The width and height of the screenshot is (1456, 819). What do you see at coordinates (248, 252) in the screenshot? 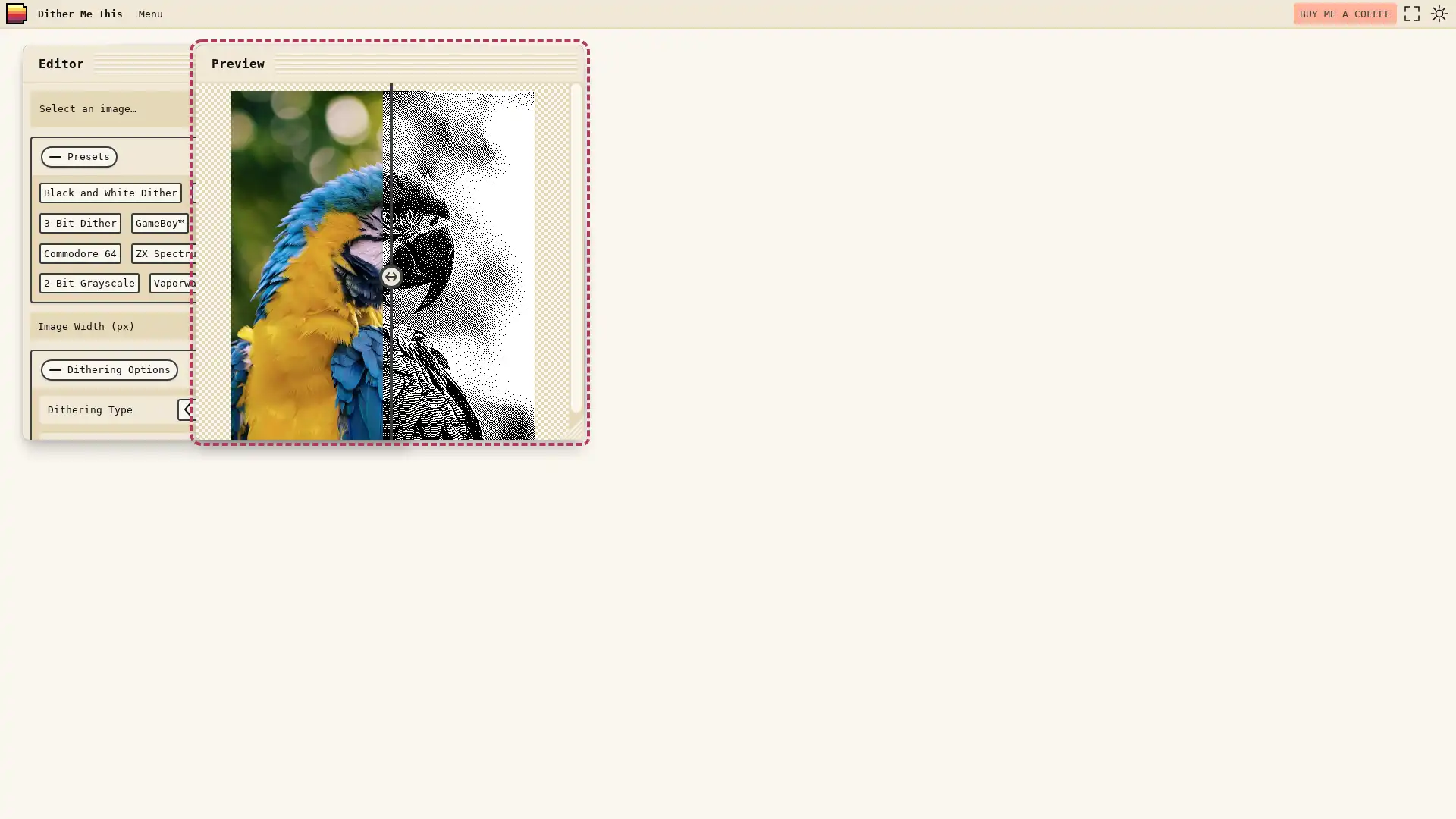
I see `6 Bit RGB` at bounding box center [248, 252].